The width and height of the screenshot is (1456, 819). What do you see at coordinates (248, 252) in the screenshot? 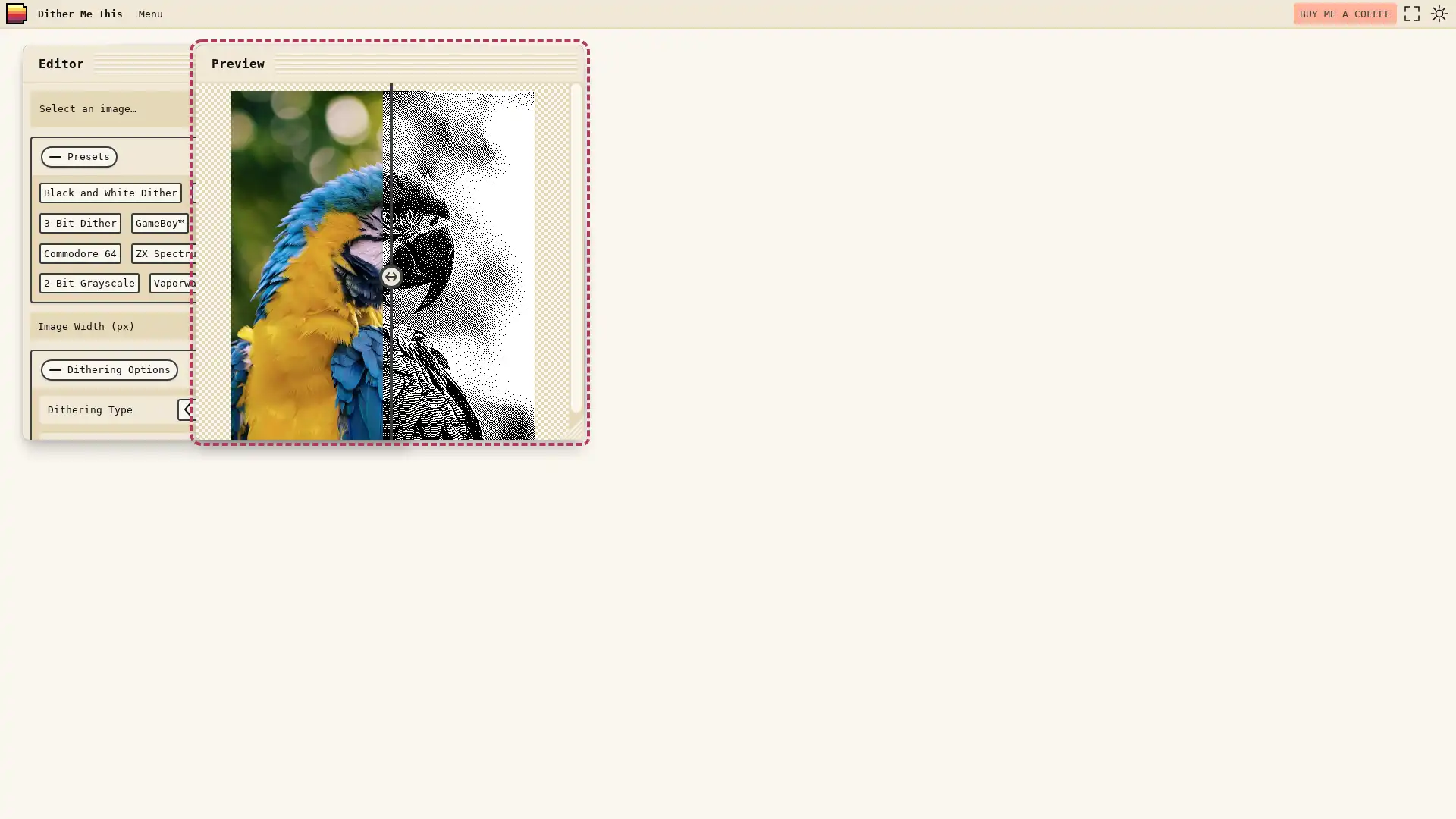
I see `6 Bit RGB` at bounding box center [248, 252].